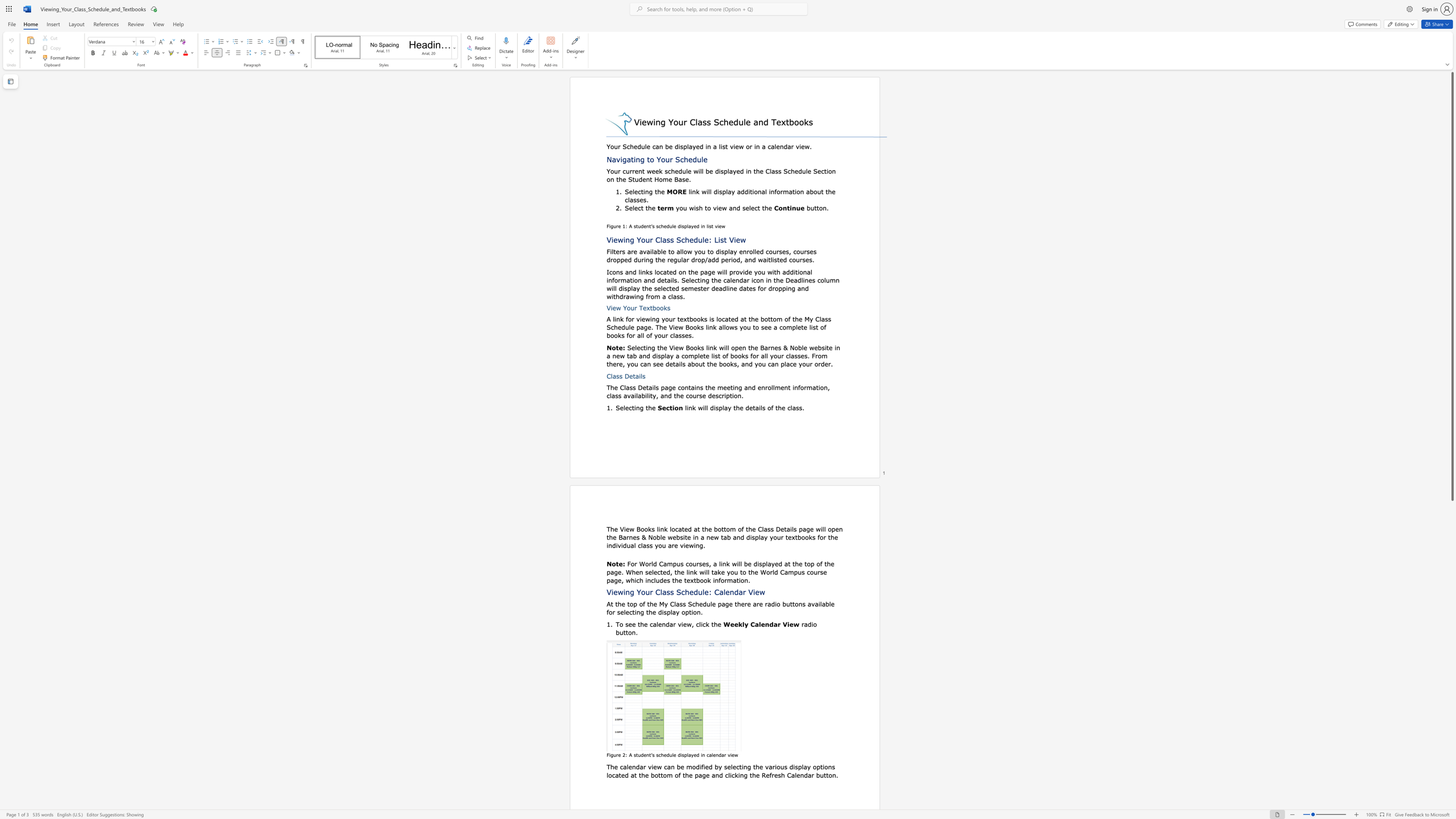  I want to click on the vertical scrollbar to lower the page content, so click(1451, 795).